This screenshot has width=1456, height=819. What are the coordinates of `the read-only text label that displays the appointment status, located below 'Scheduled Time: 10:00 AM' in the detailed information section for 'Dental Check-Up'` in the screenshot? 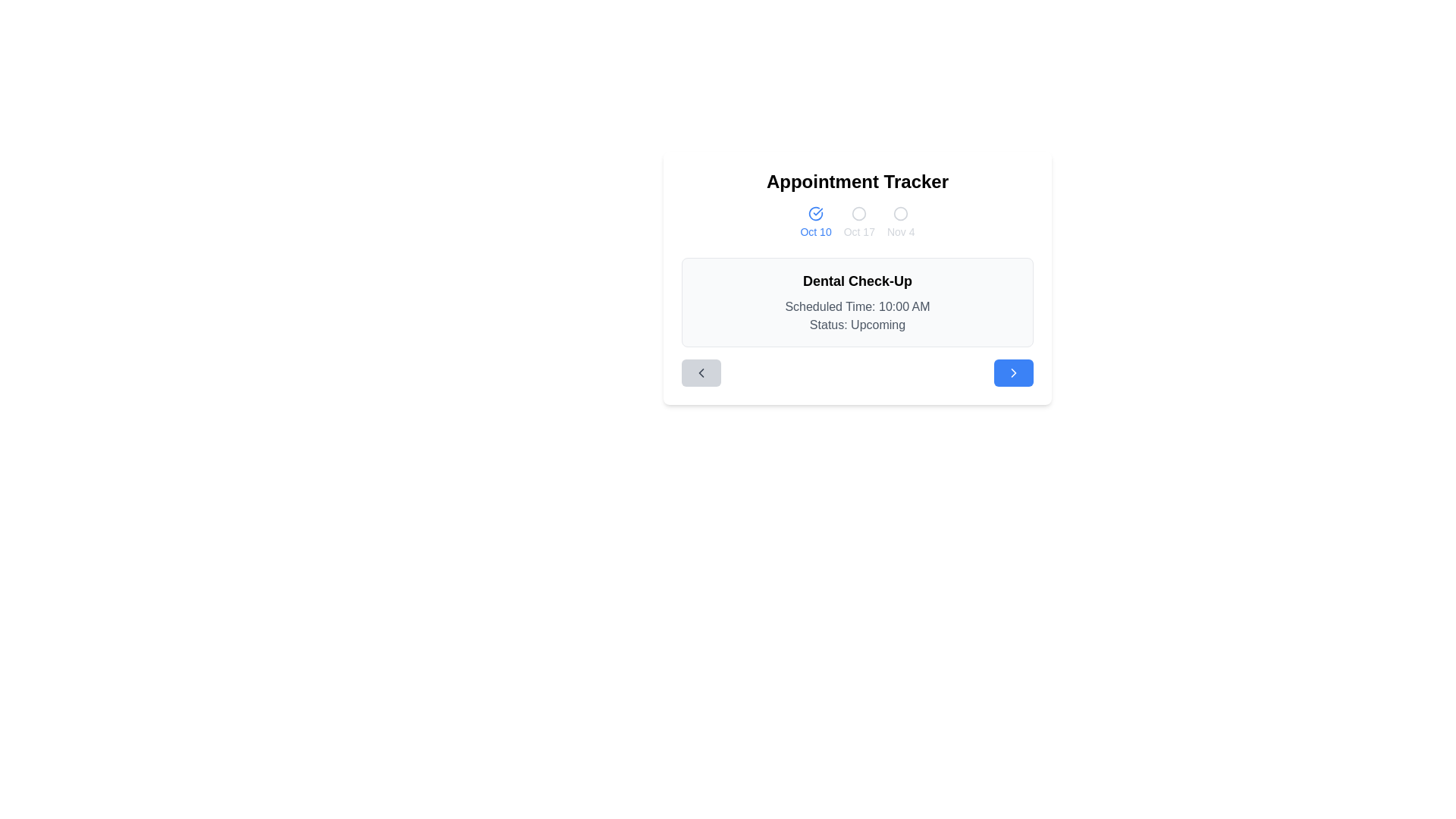 It's located at (858, 324).